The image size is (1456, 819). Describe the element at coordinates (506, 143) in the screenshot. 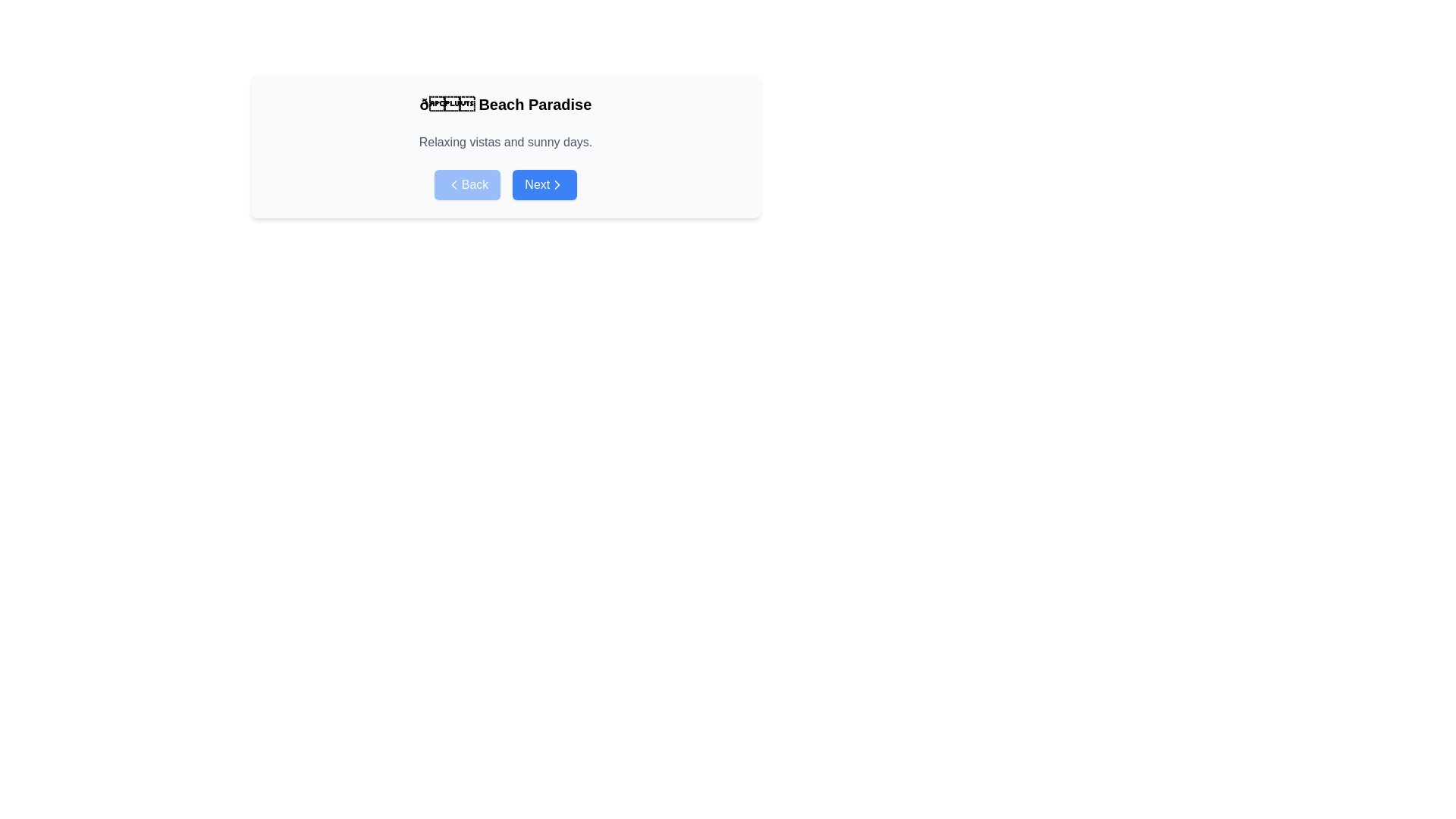

I see `the descriptive subtitle text that supports the title 'ð🌊 Beach Paradise', positioned directly below it and above the navigation bar` at that location.